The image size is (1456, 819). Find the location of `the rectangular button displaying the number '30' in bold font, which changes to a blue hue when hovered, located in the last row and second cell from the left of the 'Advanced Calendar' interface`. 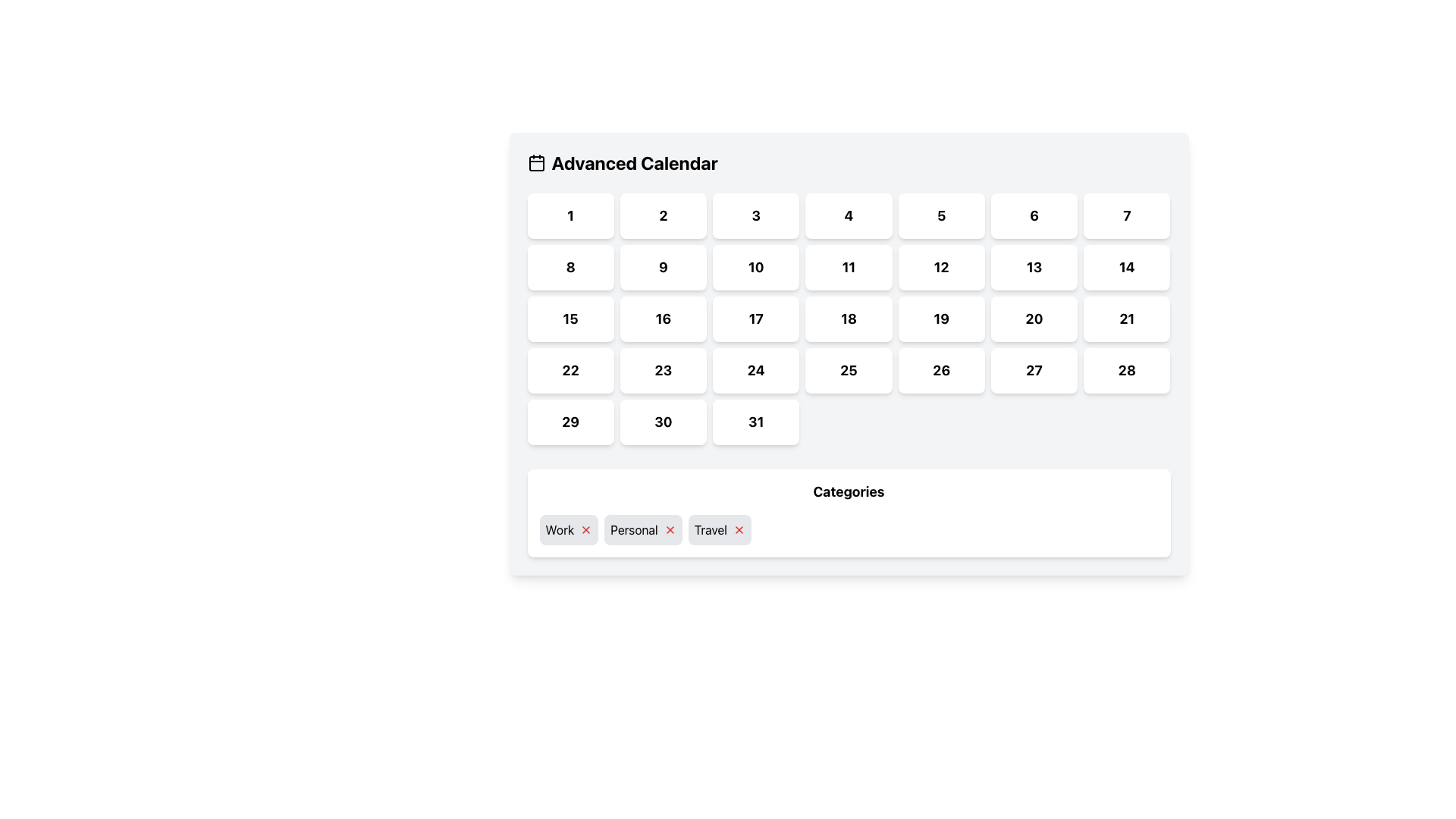

the rectangular button displaying the number '30' in bold font, which changes to a blue hue when hovered, located in the last row and second cell from the left of the 'Advanced Calendar' interface is located at coordinates (663, 422).